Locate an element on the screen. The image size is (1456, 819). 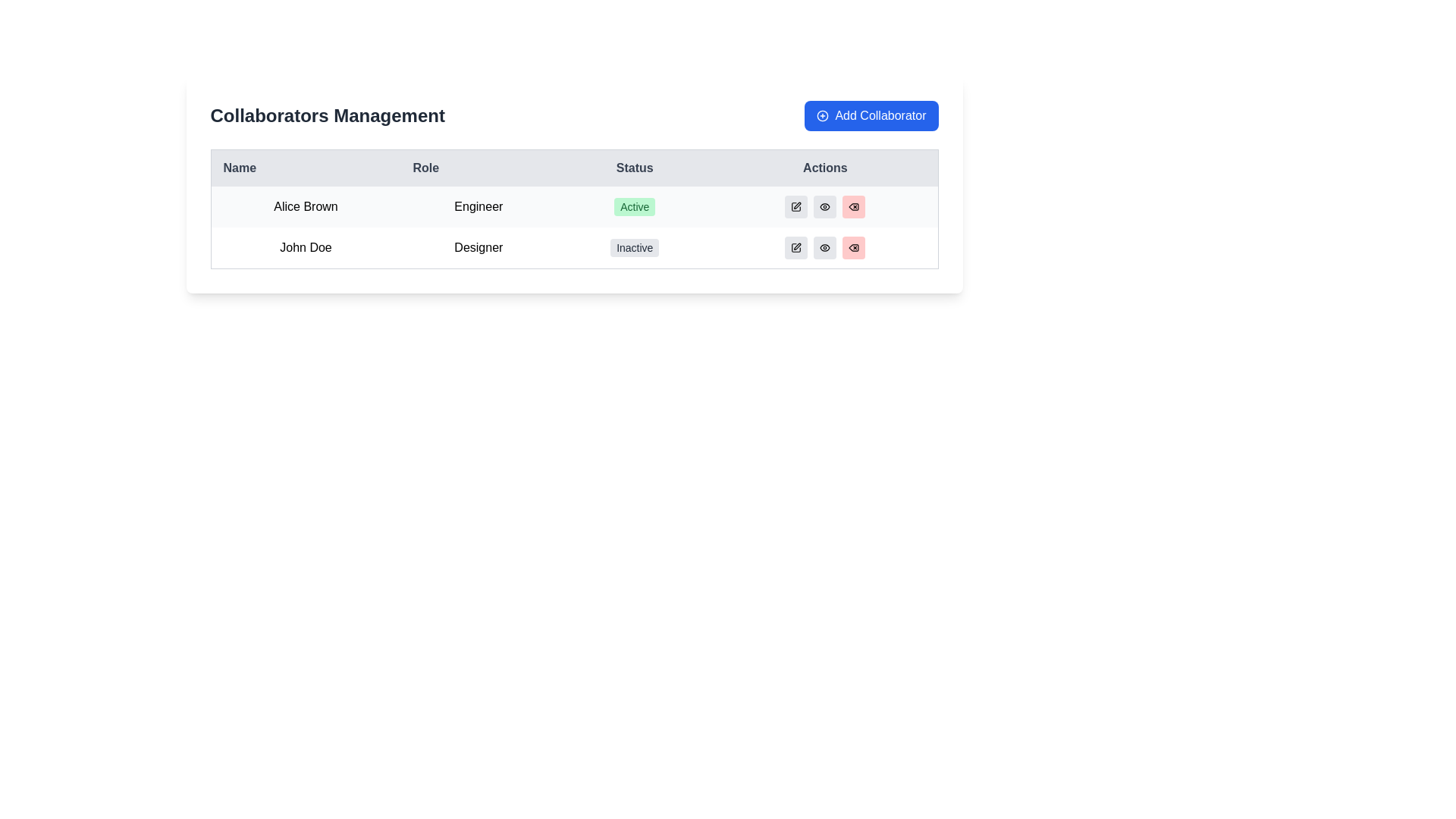
the 'Active' status badge, which has bold green text on a light green background and is located in the 'Status' column next to 'Engineer' for 'Alice Brown' is located at coordinates (635, 207).